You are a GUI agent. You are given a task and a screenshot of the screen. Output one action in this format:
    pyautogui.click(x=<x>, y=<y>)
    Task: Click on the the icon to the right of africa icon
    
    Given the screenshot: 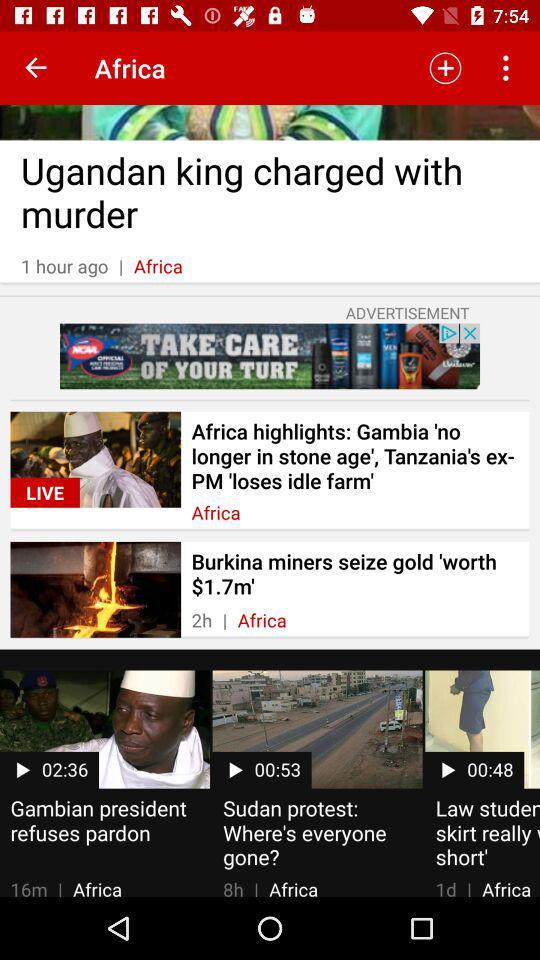 What is the action you would take?
    pyautogui.click(x=445, y=68)
    